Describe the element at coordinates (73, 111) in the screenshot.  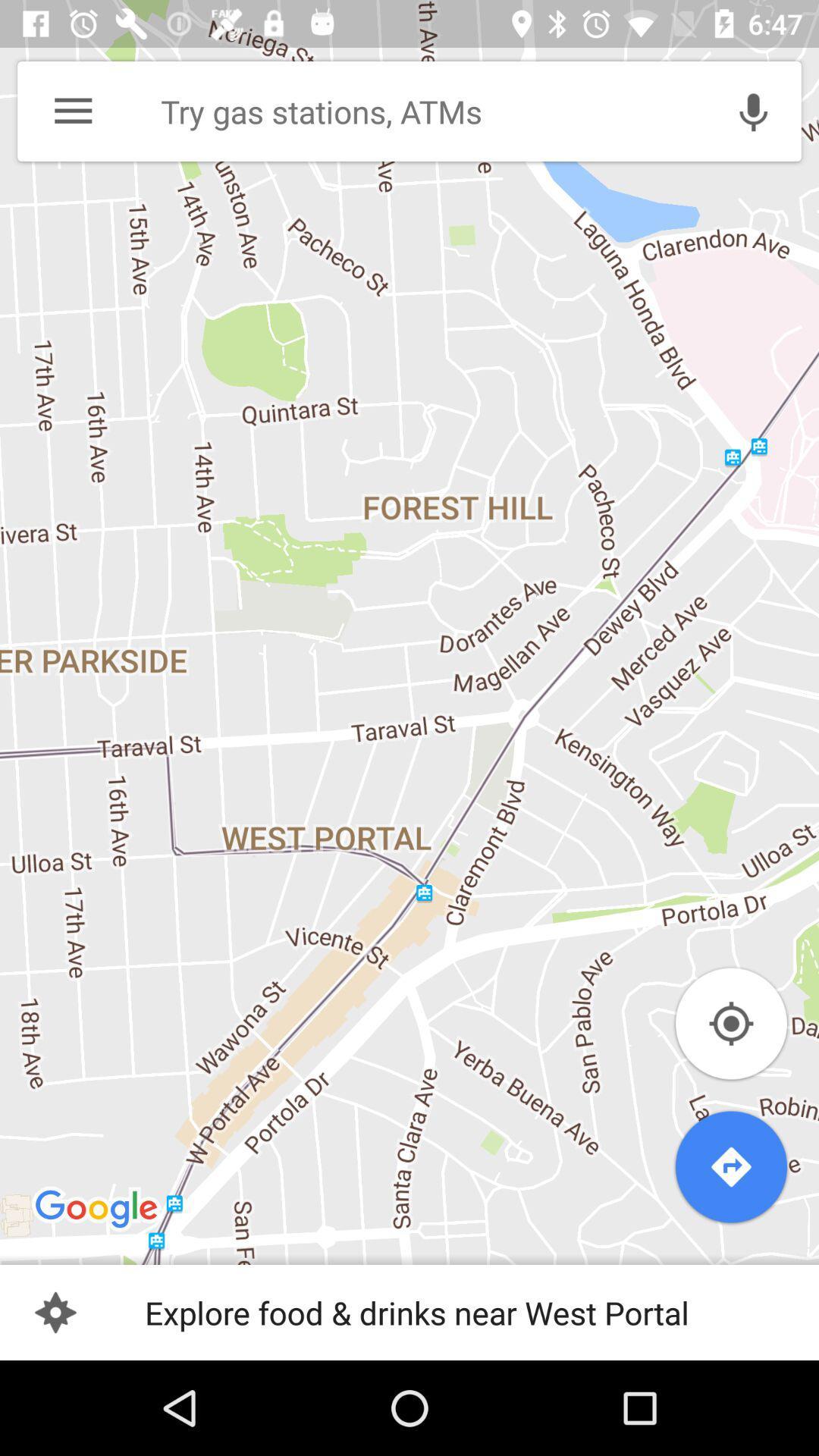
I see `the horizontal lines beside try` at that location.